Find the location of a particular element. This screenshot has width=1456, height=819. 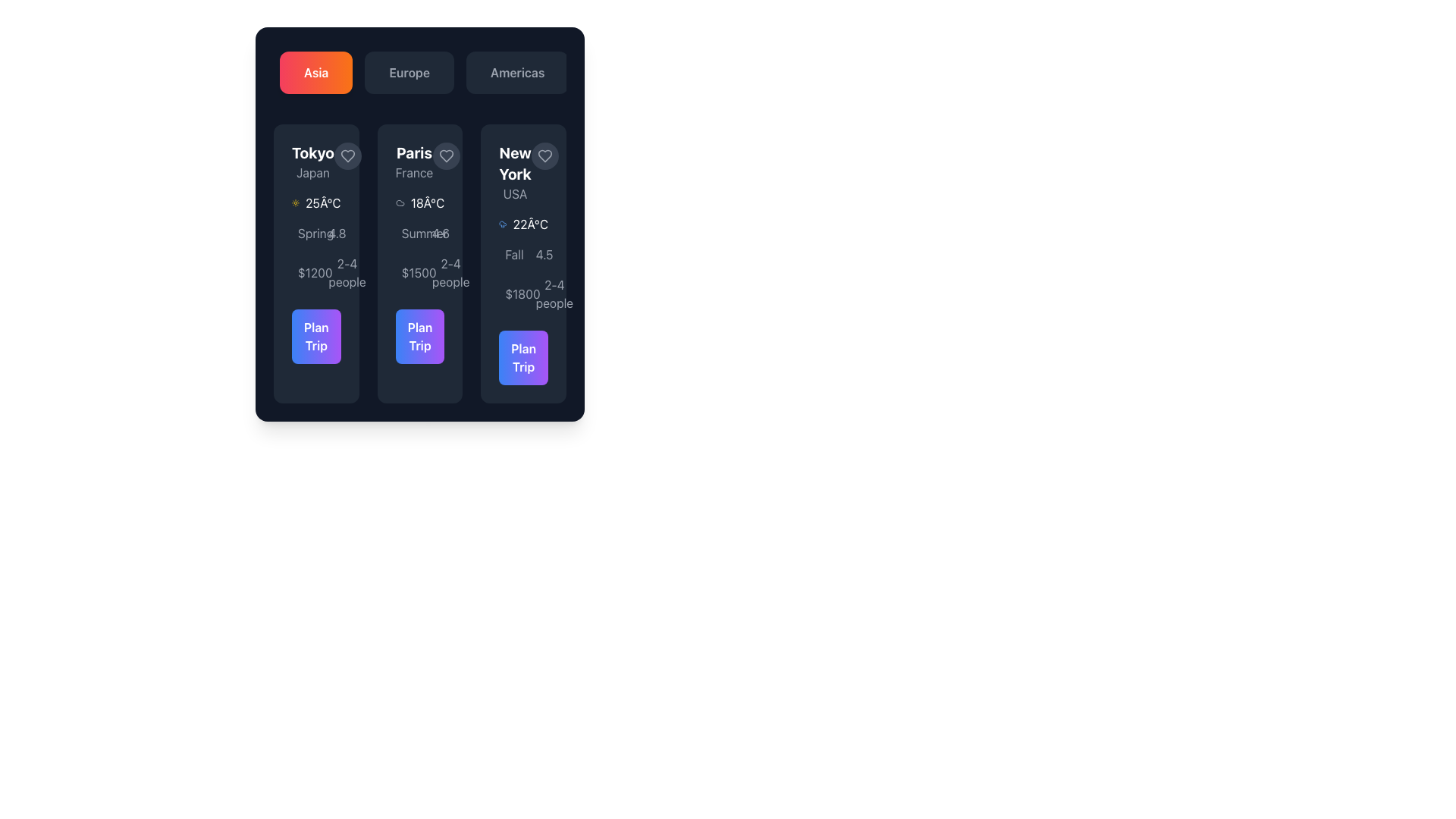

the heart icon located at the top-right corner of the New York trip card, adjacent to the card's title, which serves as a favorite or like button is located at coordinates (544, 155).